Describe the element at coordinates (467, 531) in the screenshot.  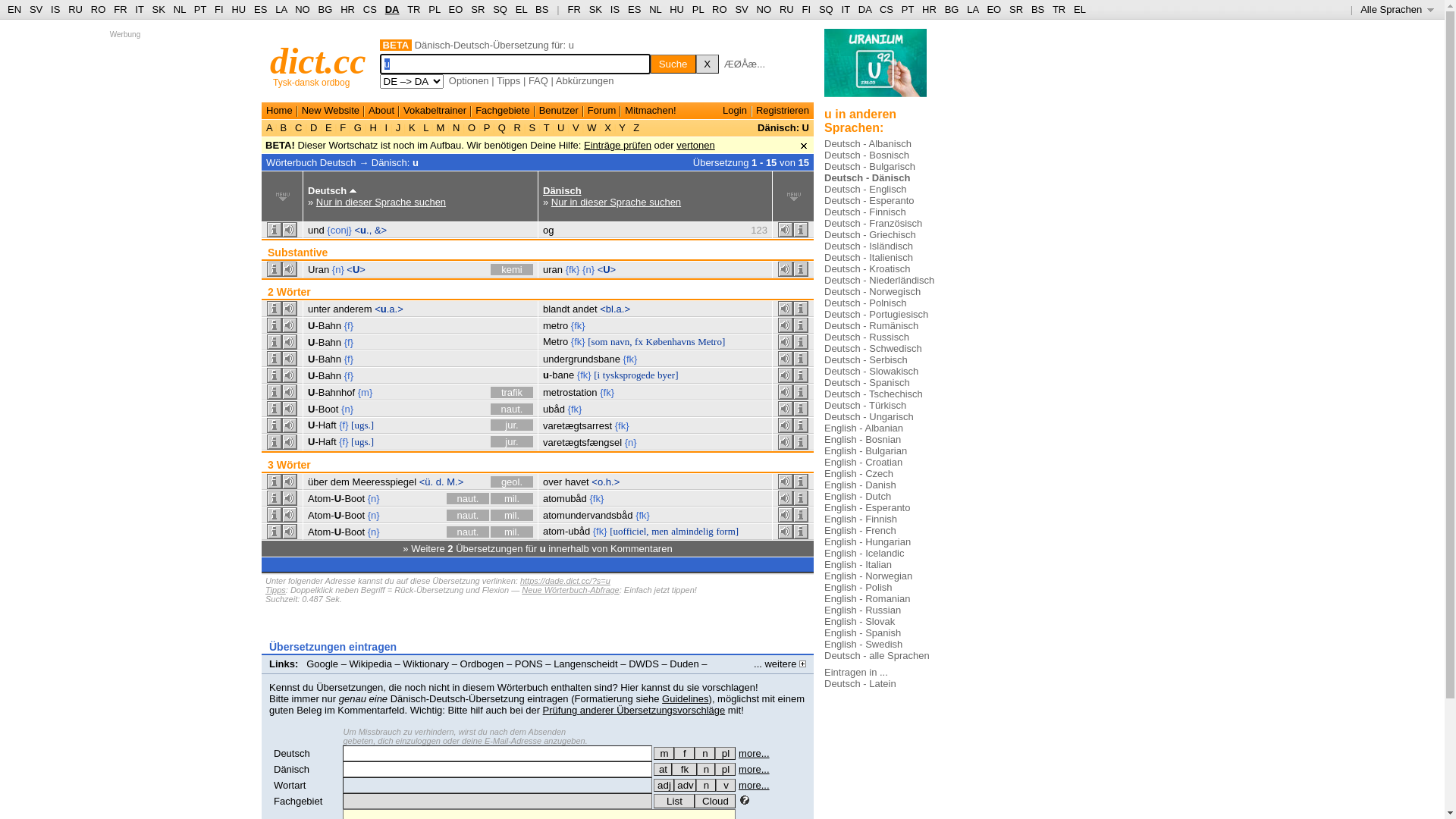
I see `'naut.'` at that location.